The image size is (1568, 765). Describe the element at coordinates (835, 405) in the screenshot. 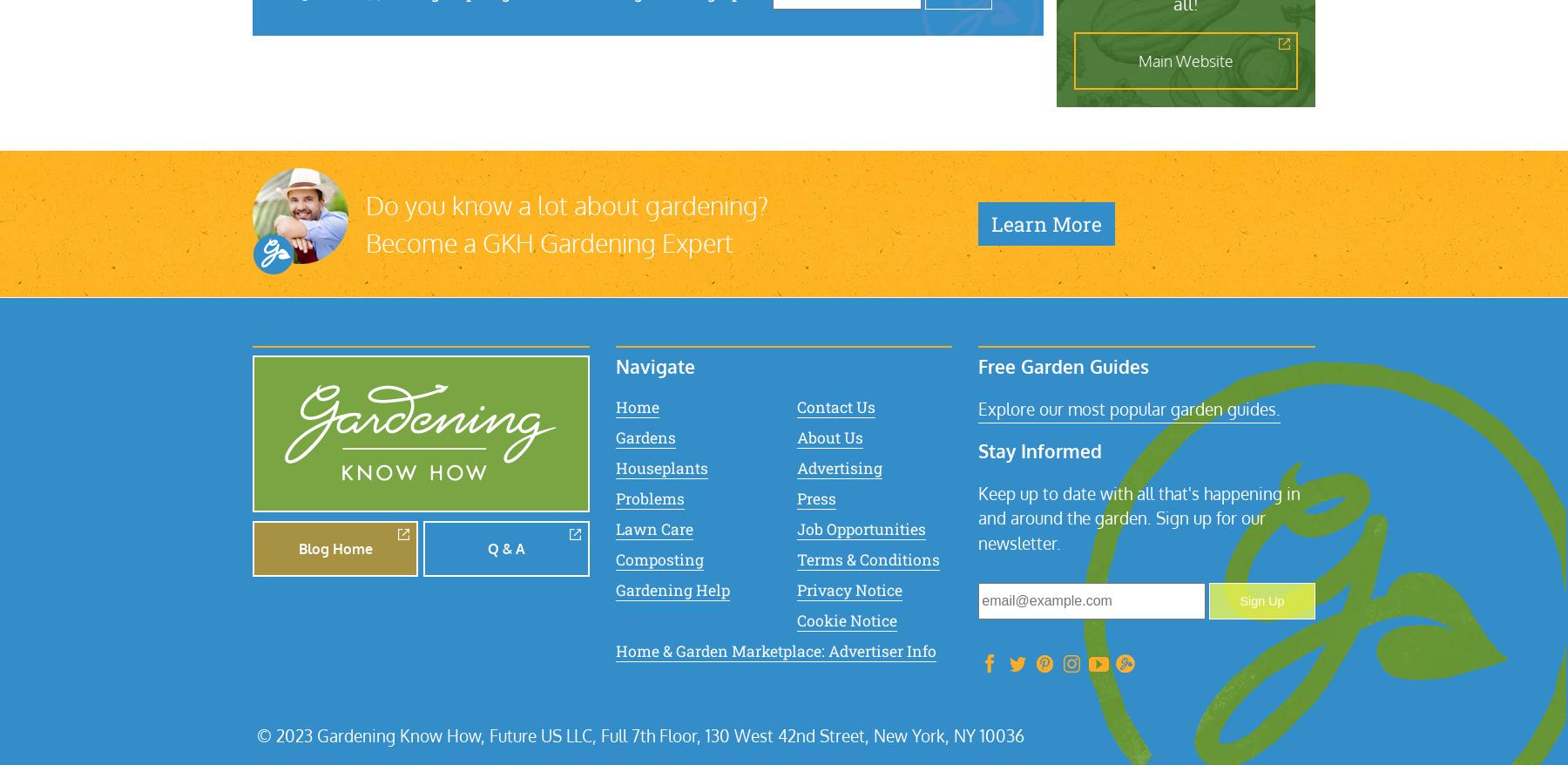

I see `'Contact Us'` at that location.